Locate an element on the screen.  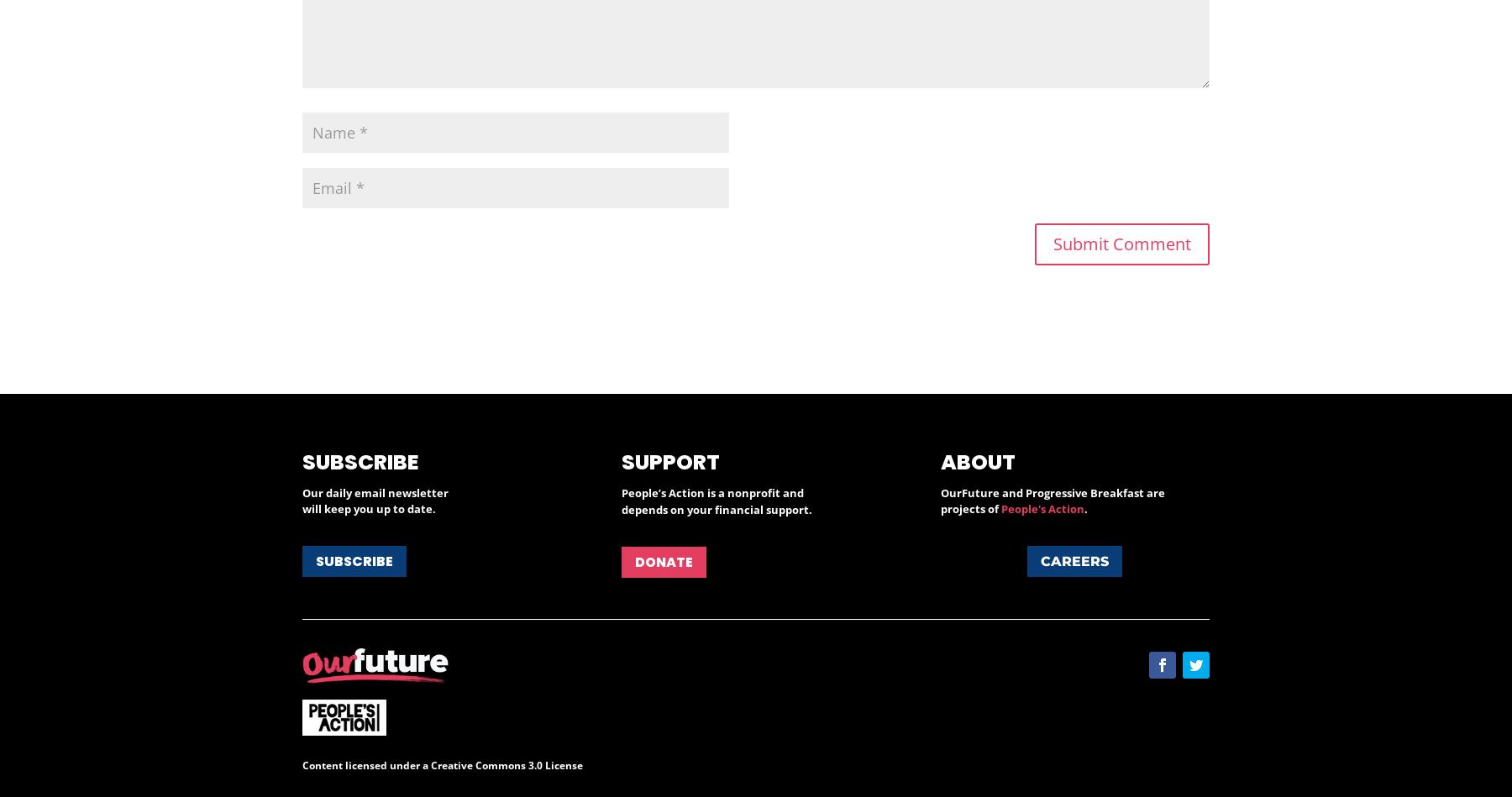
'.' is located at coordinates (1085, 508).